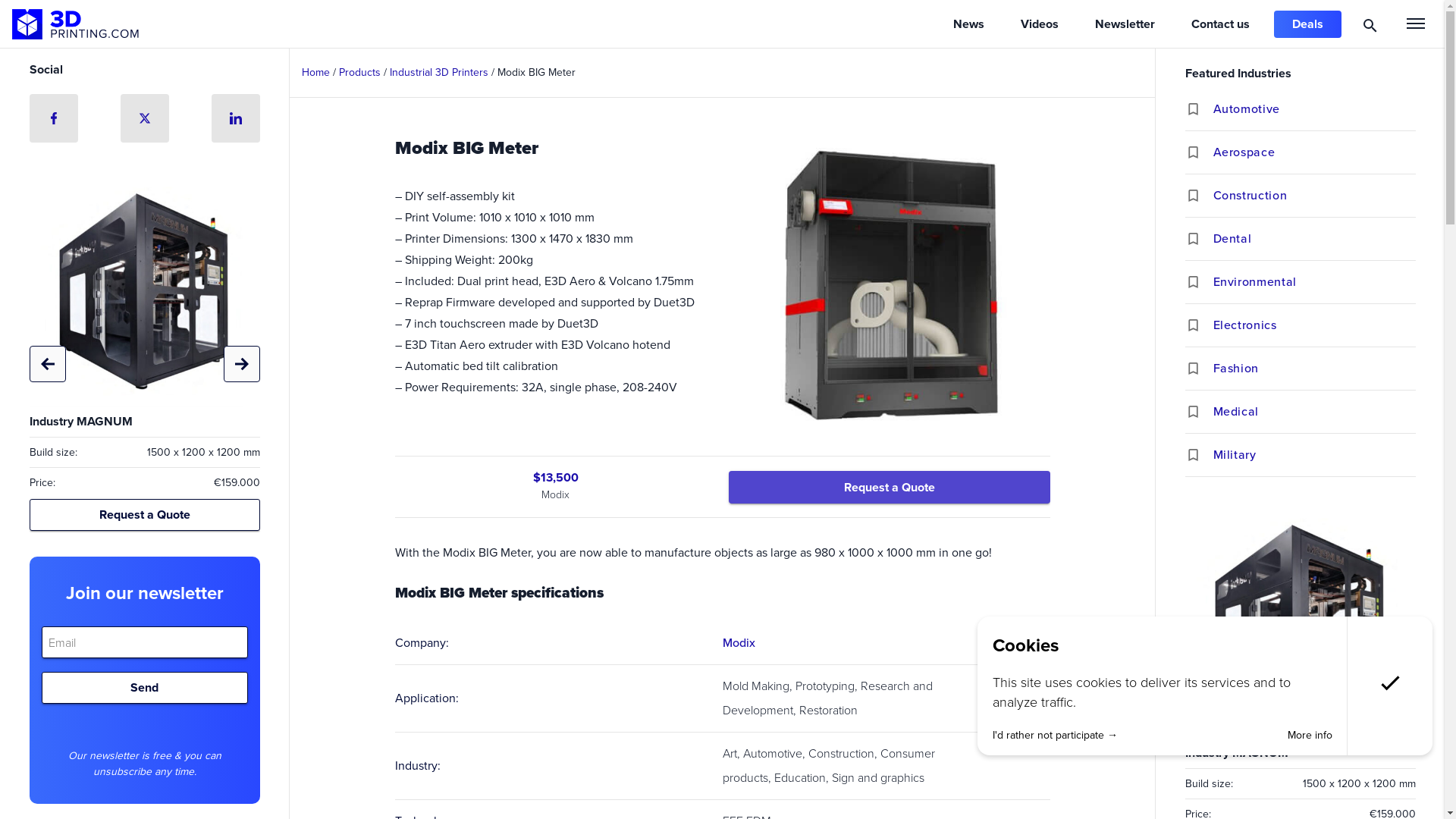 This screenshot has width=1456, height=819. Describe the element at coordinates (888, 486) in the screenshot. I see `'Request a Quote'` at that location.